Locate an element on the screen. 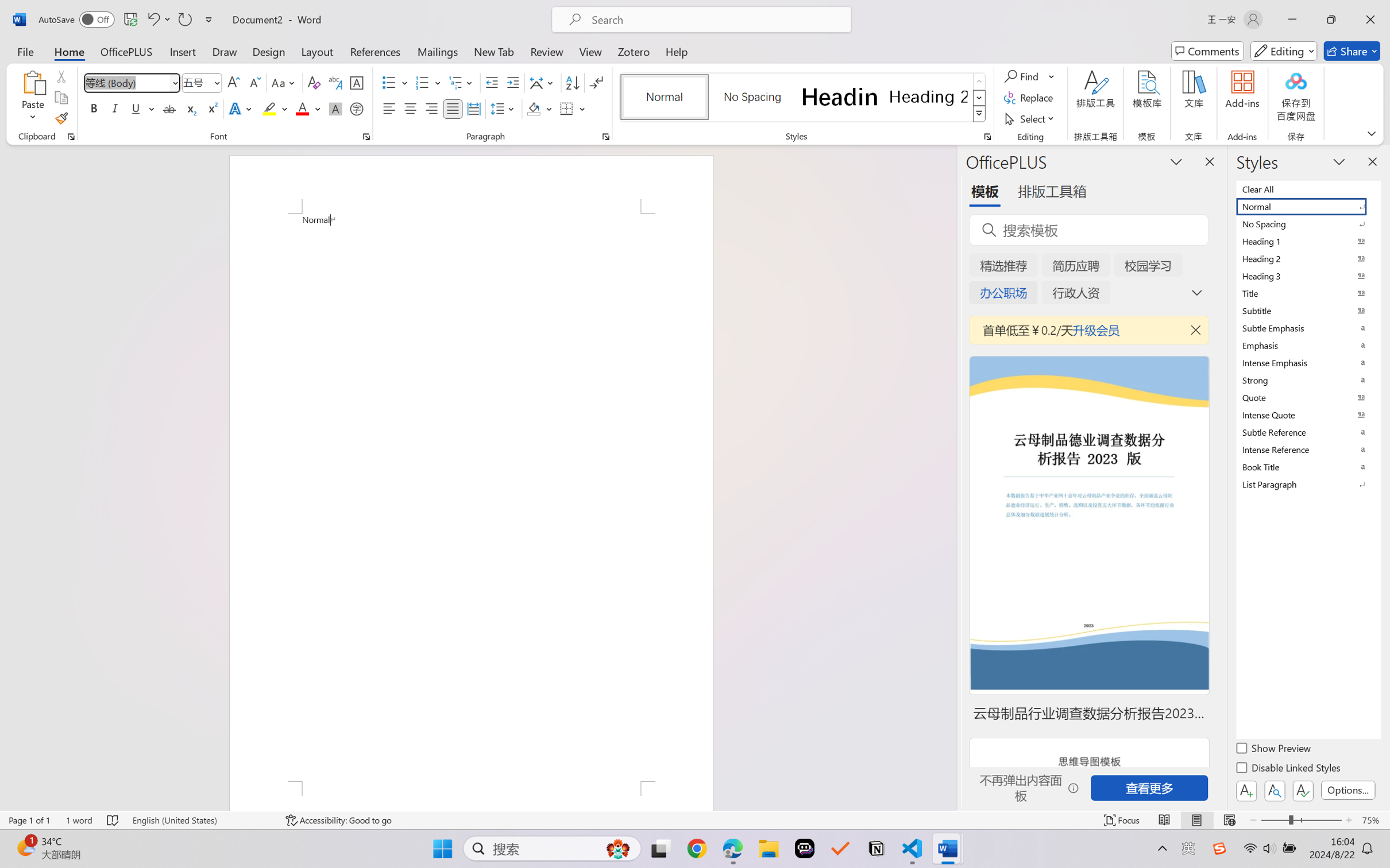 Image resolution: width=1390 pixels, height=868 pixels. 'Font Size' is located at coordinates (202, 83).